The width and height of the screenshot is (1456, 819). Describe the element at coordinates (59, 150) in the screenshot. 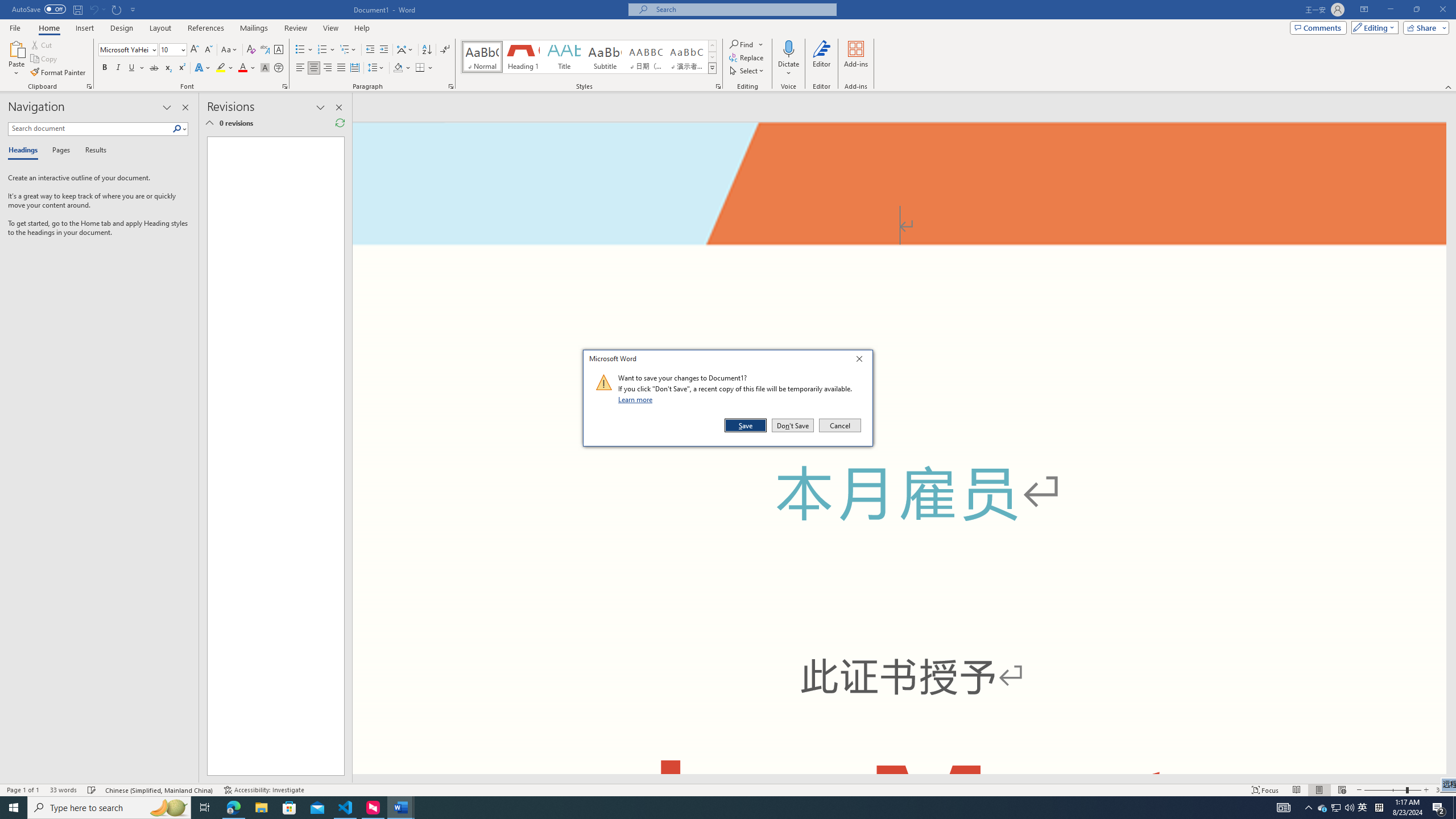

I see `'Pages'` at that location.